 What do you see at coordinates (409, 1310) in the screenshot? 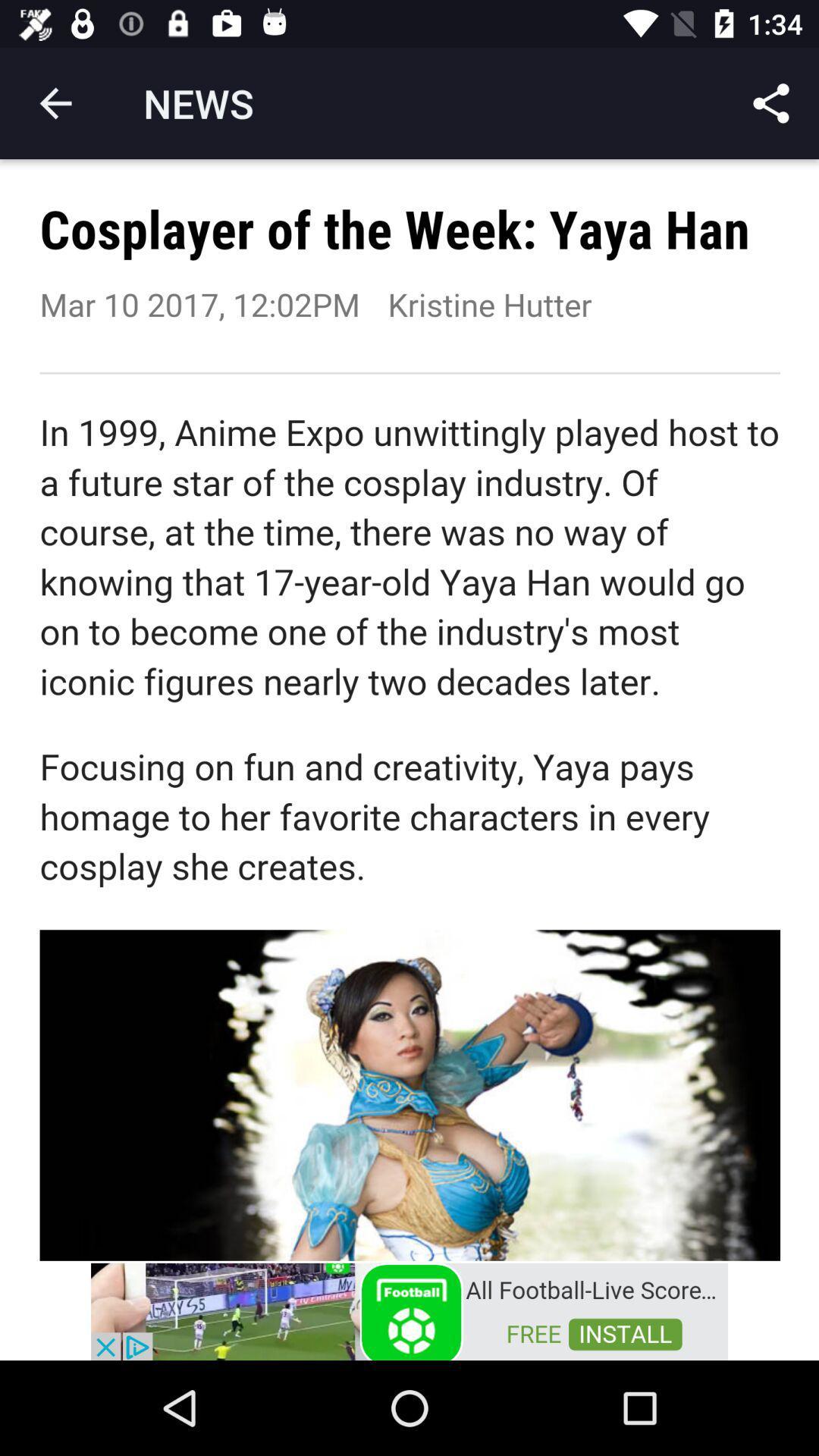
I see `just a advertisement` at bounding box center [409, 1310].